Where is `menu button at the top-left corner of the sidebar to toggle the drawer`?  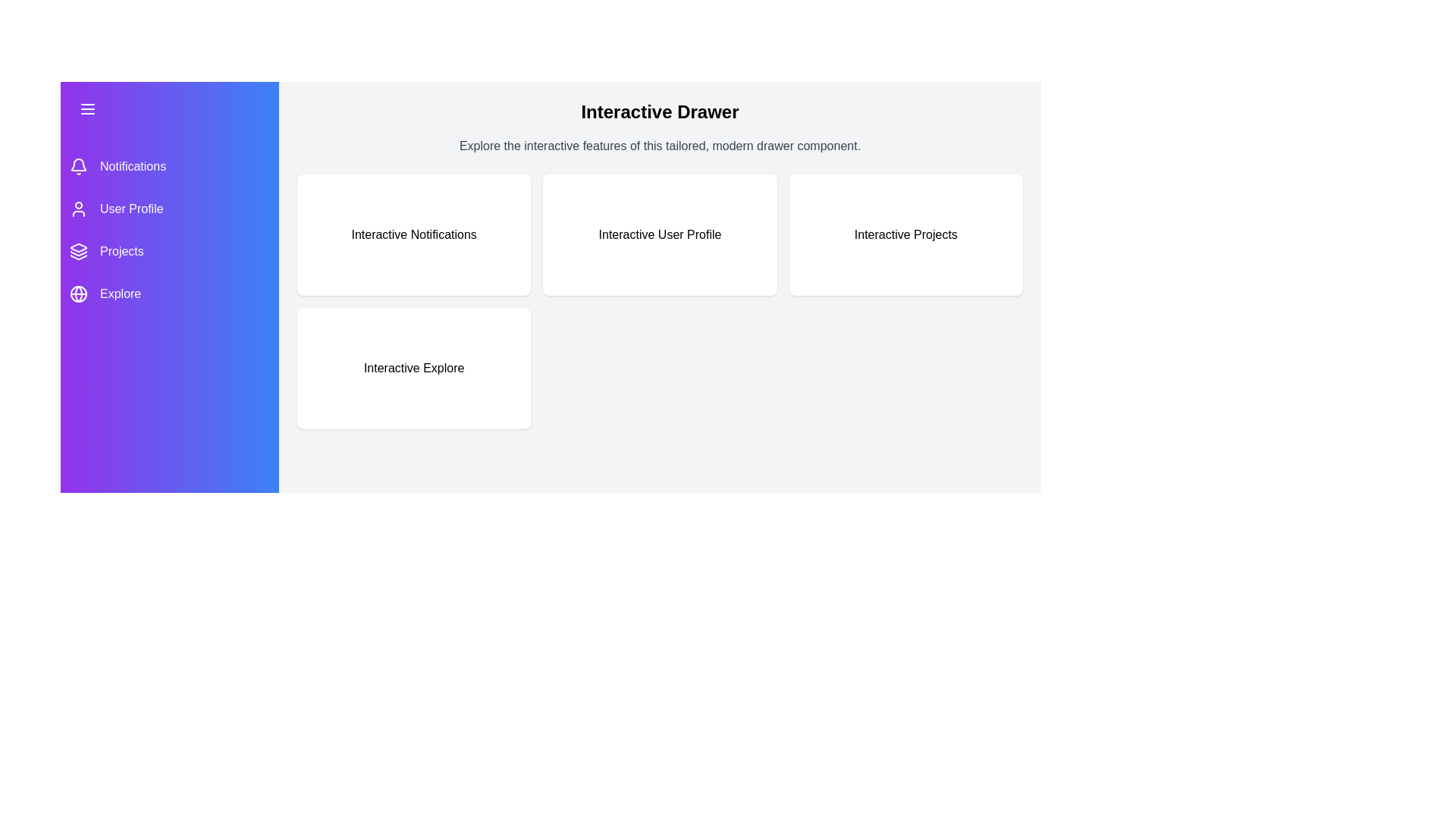
menu button at the top-left corner of the sidebar to toggle the drawer is located at coordinates (86, 108).